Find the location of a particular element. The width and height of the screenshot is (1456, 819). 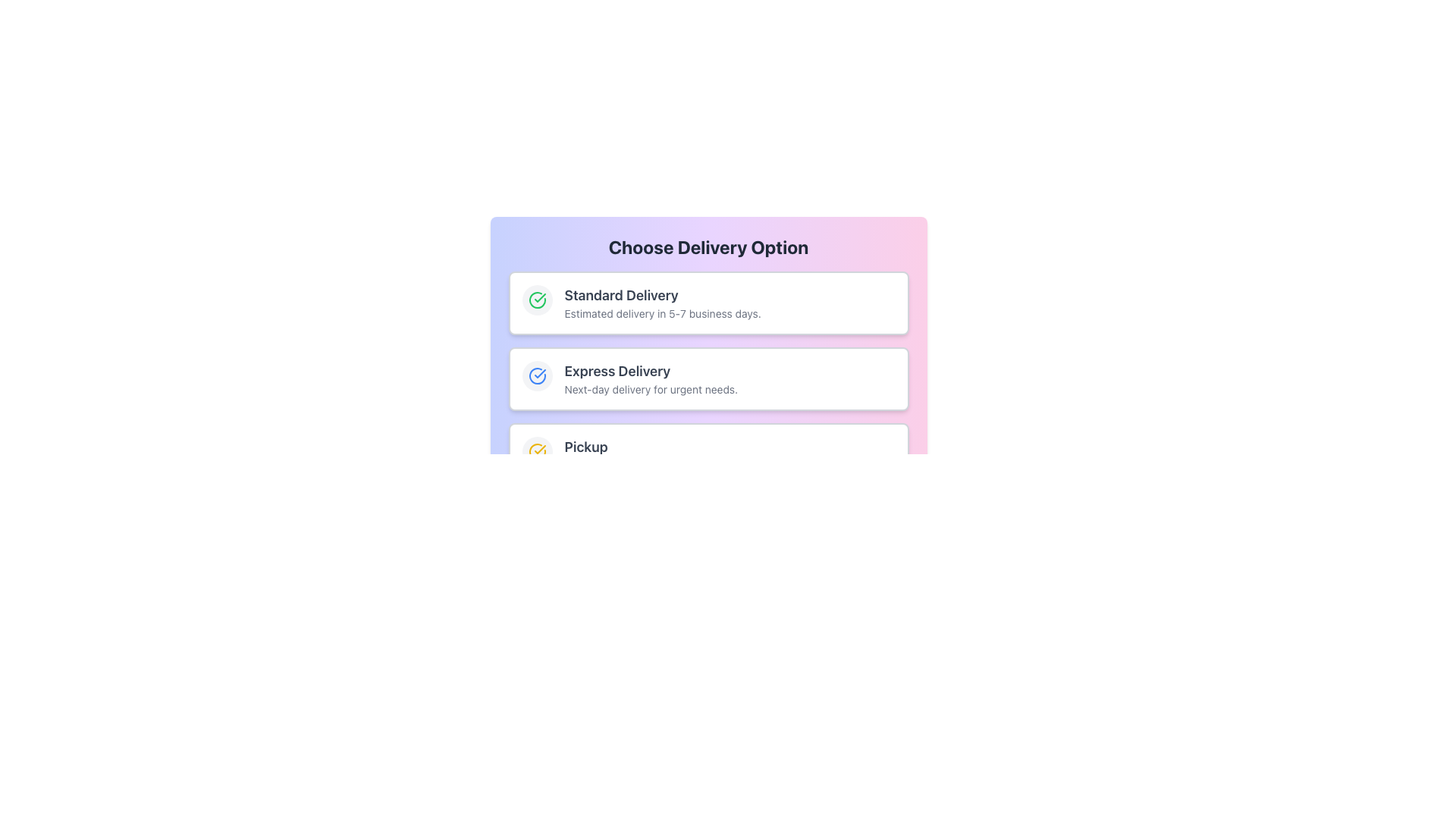

the informational label providing additional details about the 'Standard Delivery' option, located directly below the 'Standard Delivery' text is located at coordinates (730, 312).